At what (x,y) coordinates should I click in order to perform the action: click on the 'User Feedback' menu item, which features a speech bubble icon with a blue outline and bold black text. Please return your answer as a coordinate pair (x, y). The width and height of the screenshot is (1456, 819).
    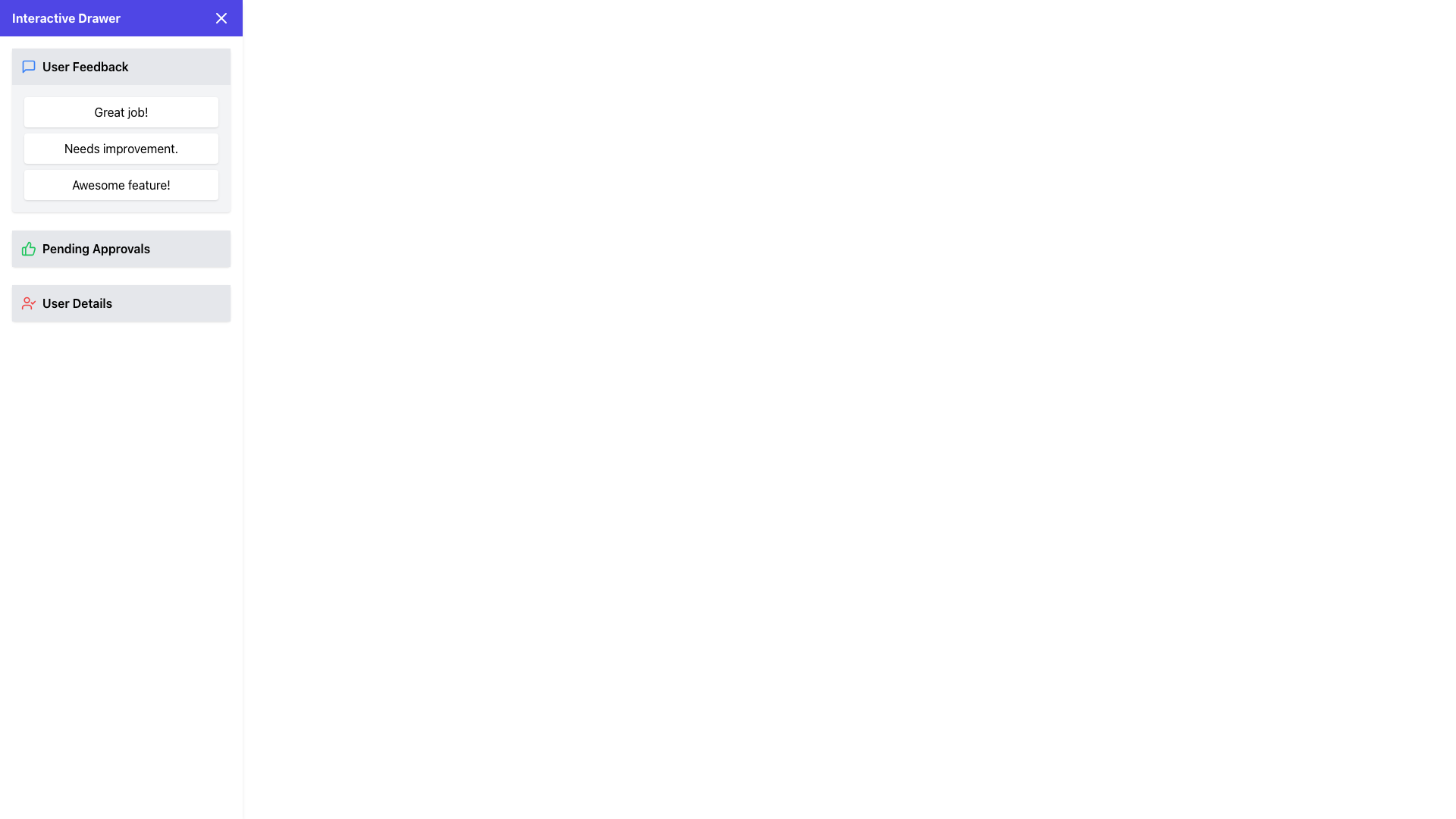
    Looking at the image, I should click on (74, 66).